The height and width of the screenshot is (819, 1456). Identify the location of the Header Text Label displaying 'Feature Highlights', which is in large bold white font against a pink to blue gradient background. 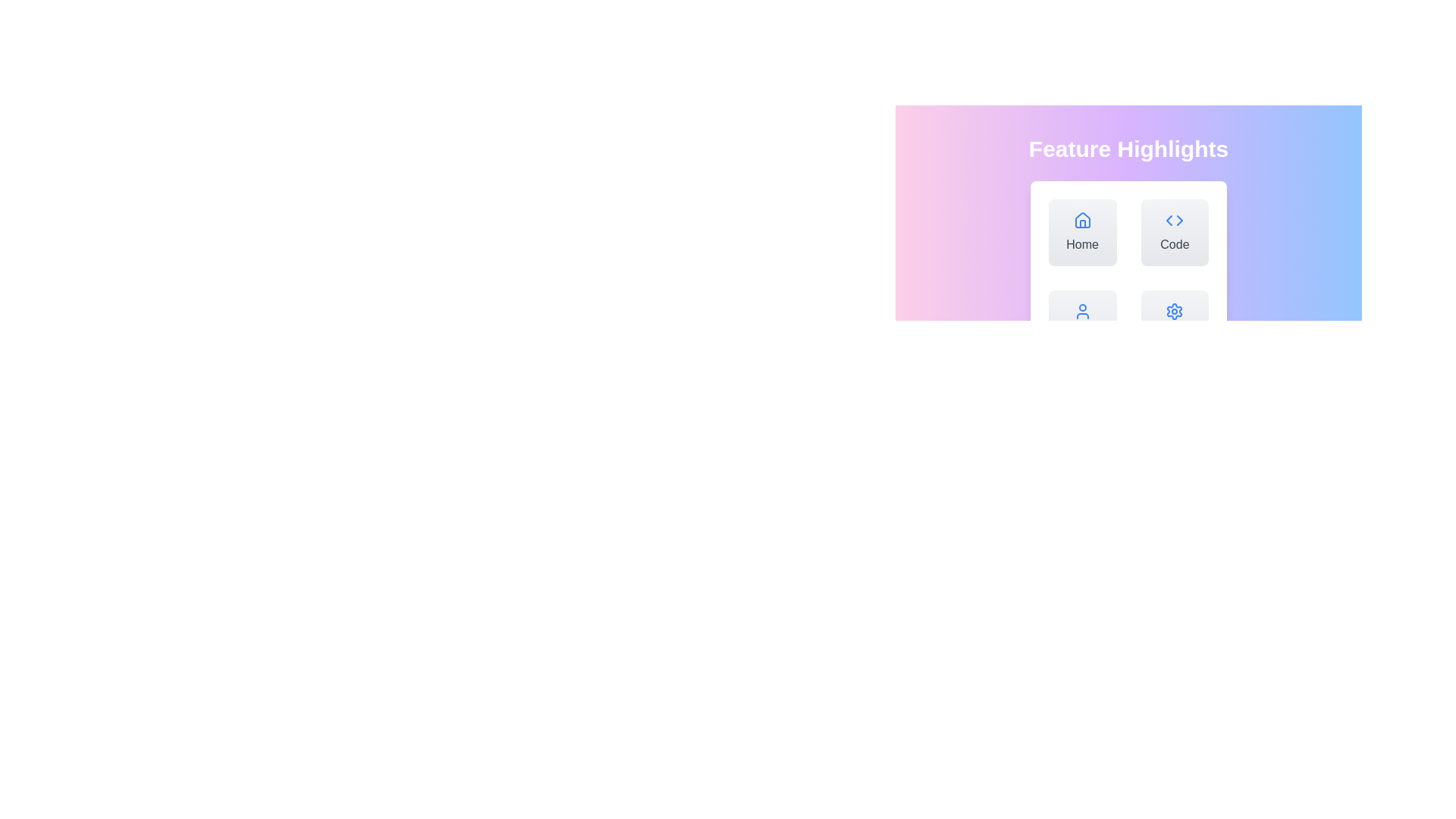
(1128, 149).